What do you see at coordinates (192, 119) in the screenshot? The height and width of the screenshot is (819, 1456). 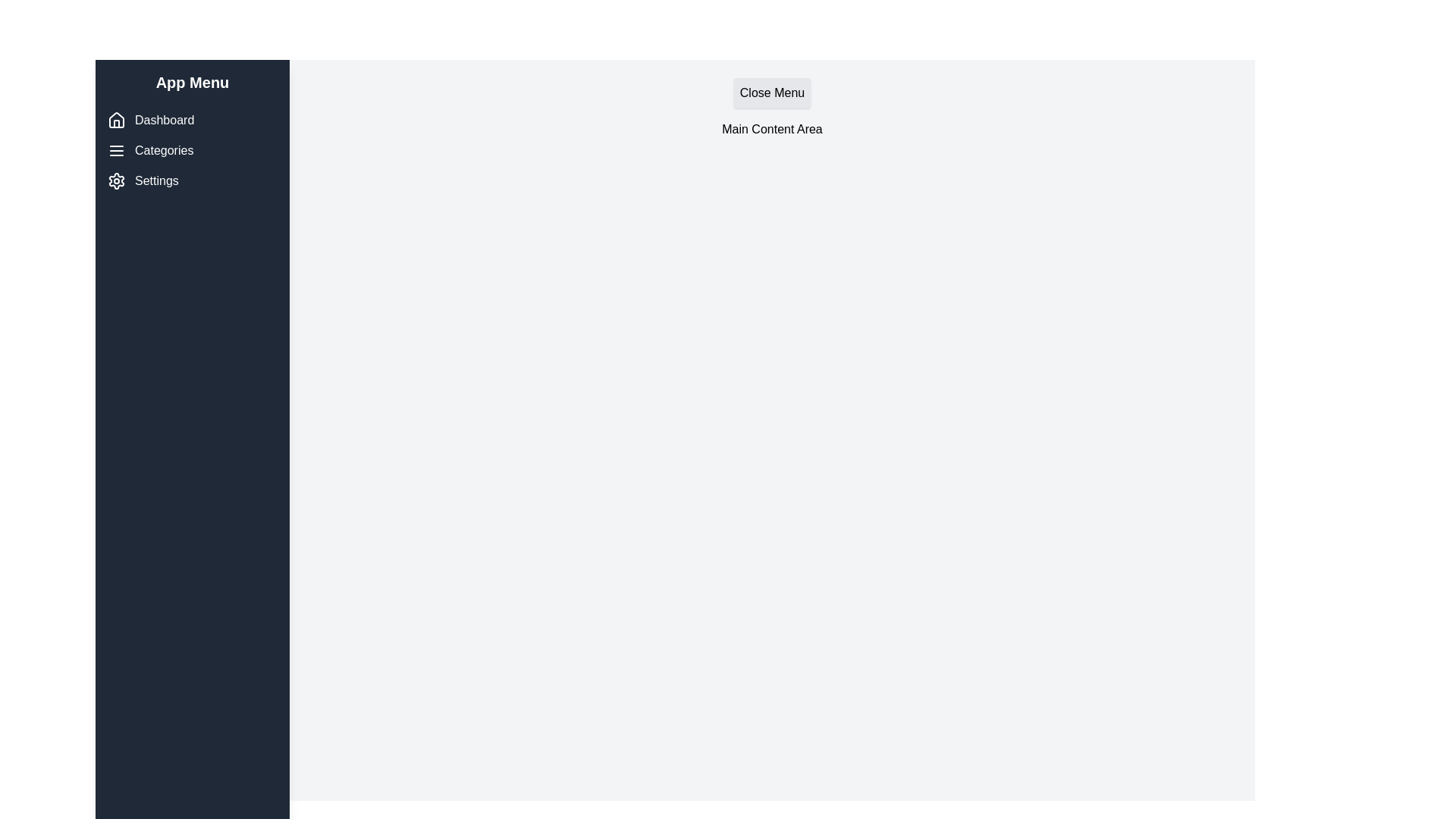 I see `the 'Dashboard' menu item to navigate to the dashboard` at bounding box center [192, 119].